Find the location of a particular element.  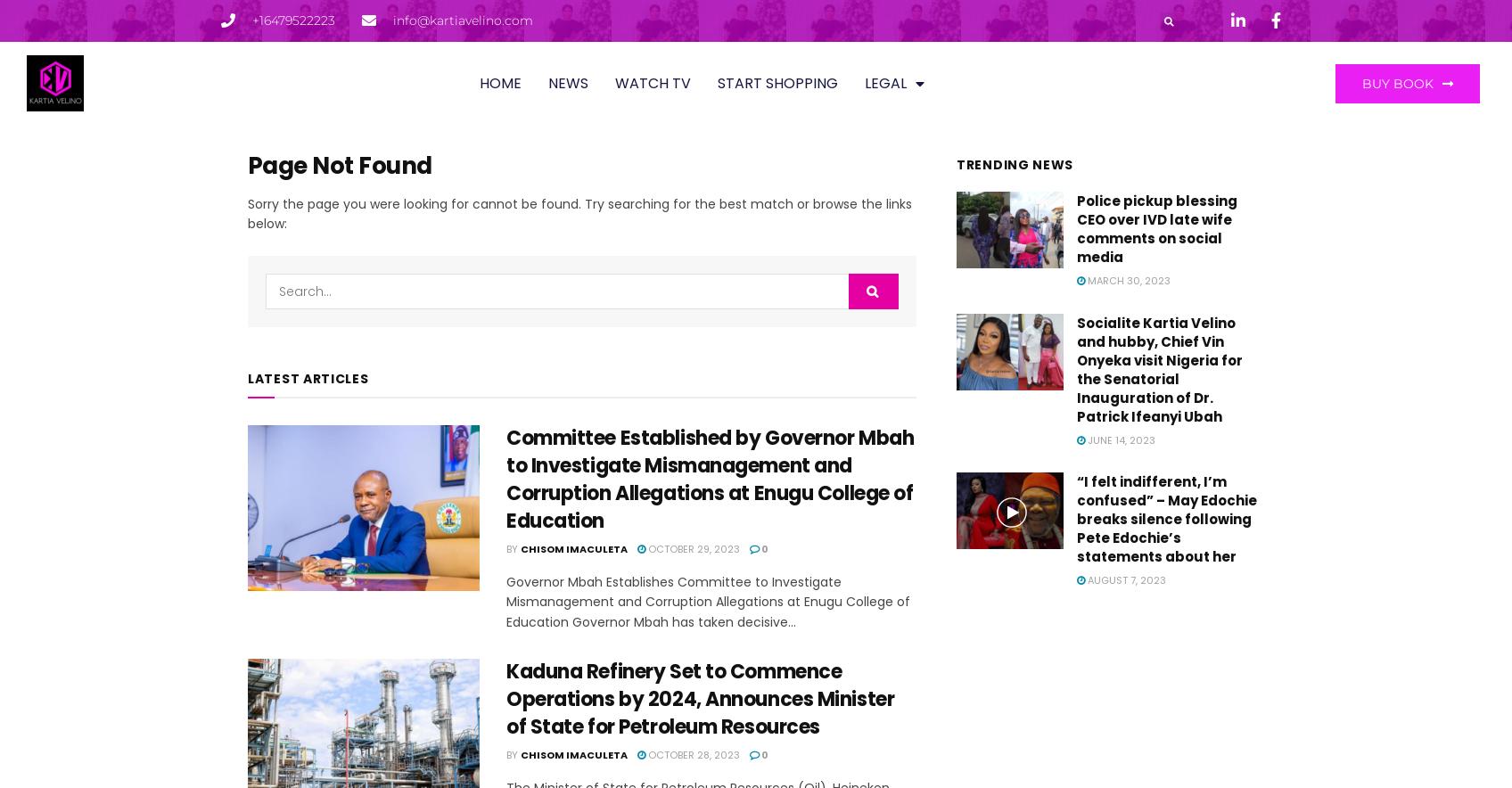

'info@kartiavelino.com' is located at coordinates (462, 20).